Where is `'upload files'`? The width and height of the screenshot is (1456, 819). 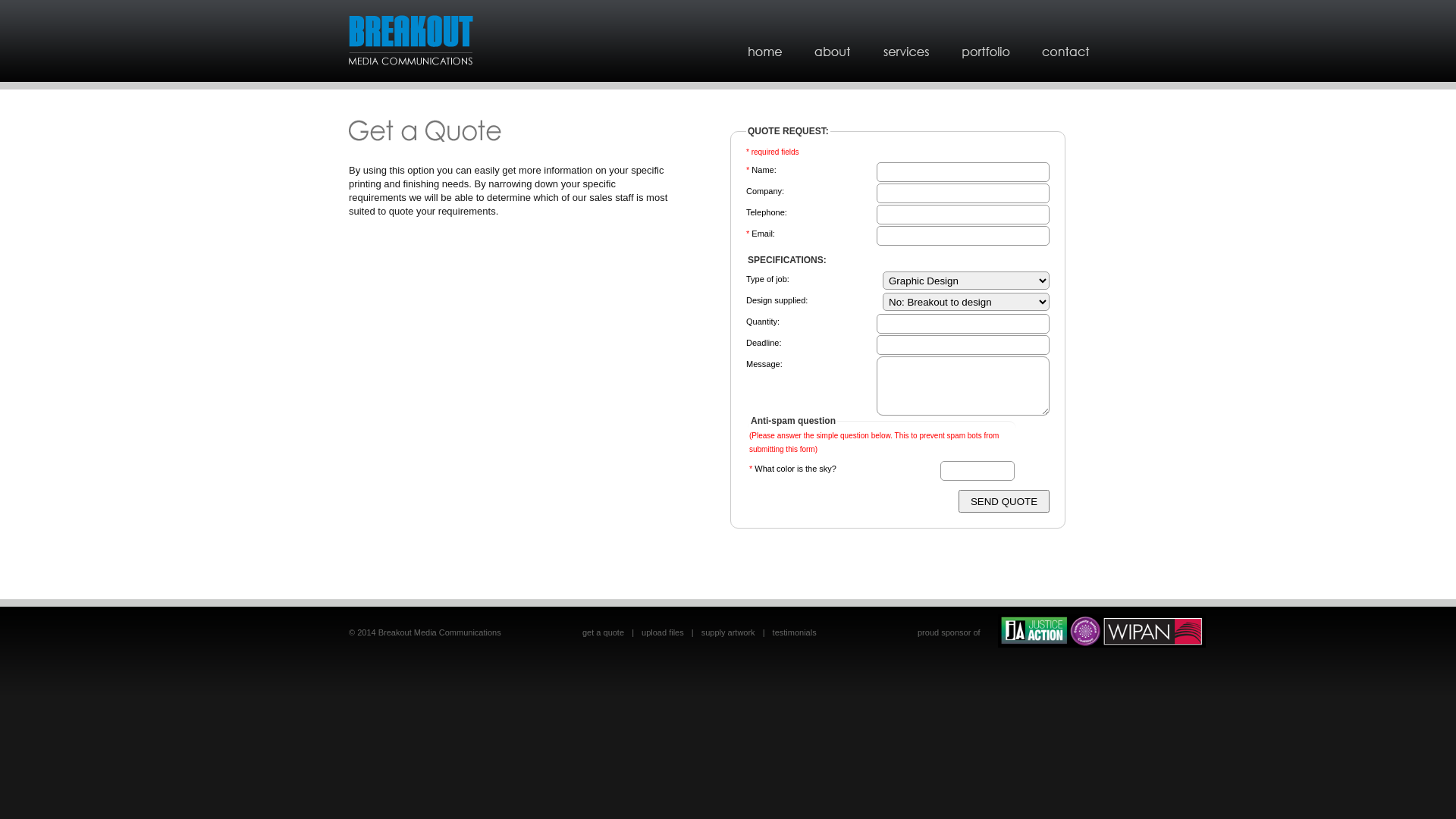 'upload files' is located at coordinates (662, 632).